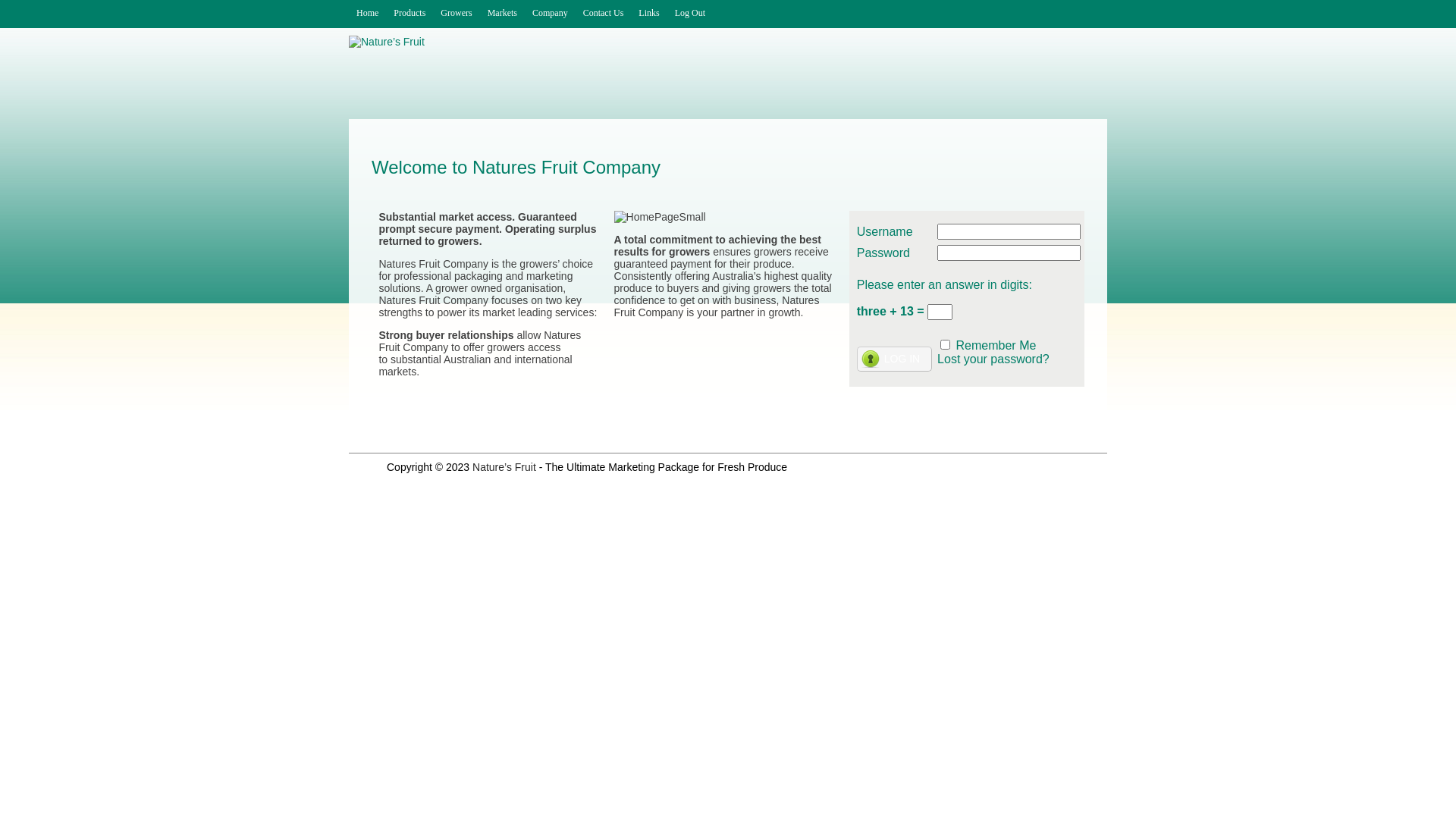  Describe the element at coordinates (689, 13) in the screenshot. I see `'Log Out'` at that location.